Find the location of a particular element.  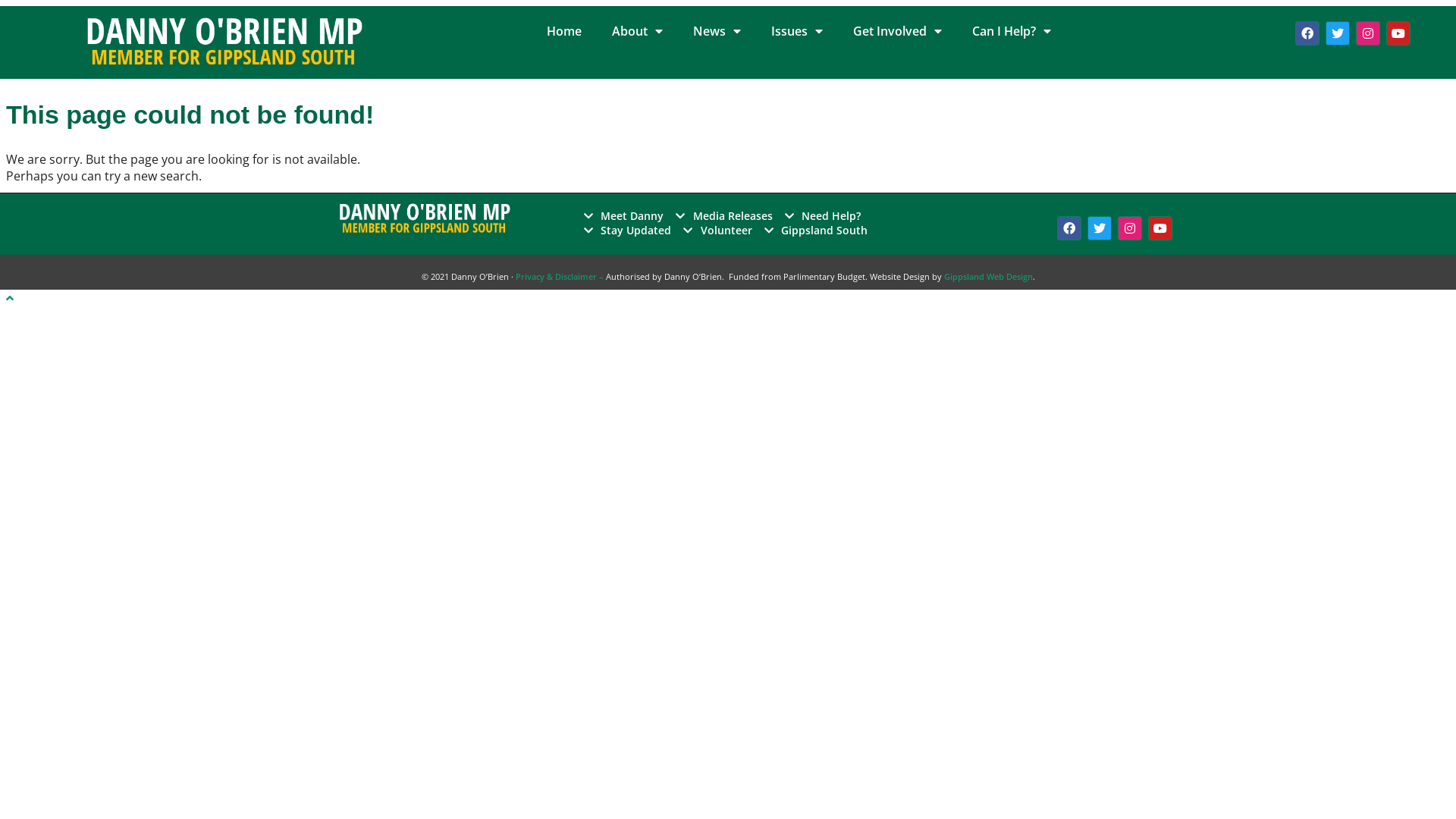

'Meet Danny' is located at coordinates (623, 215).